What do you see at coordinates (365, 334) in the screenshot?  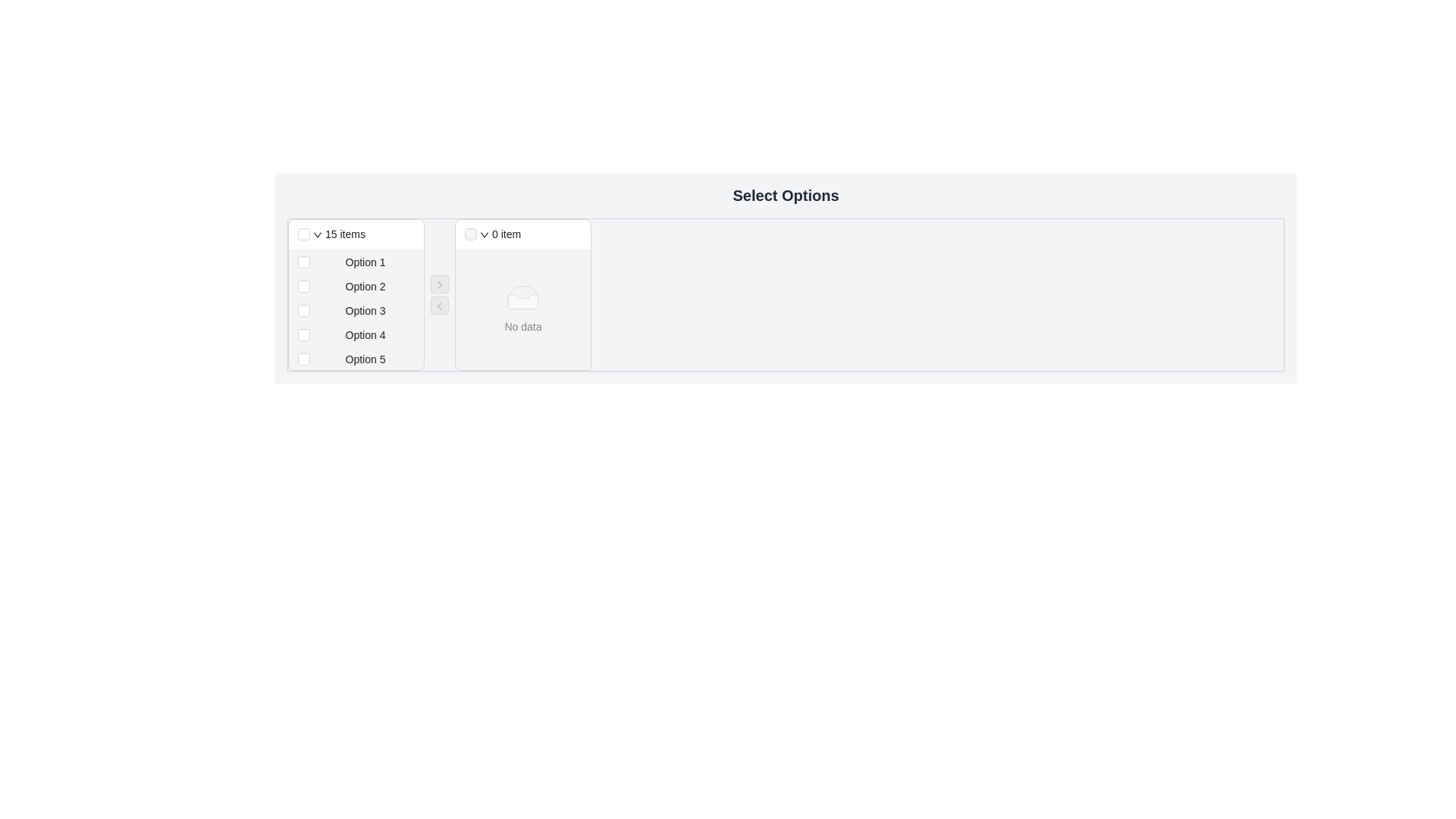 I see `label that identifies the fourth selectable option in the list, located in the left section of a dual-pane interface` at bounding box center [365, 334].